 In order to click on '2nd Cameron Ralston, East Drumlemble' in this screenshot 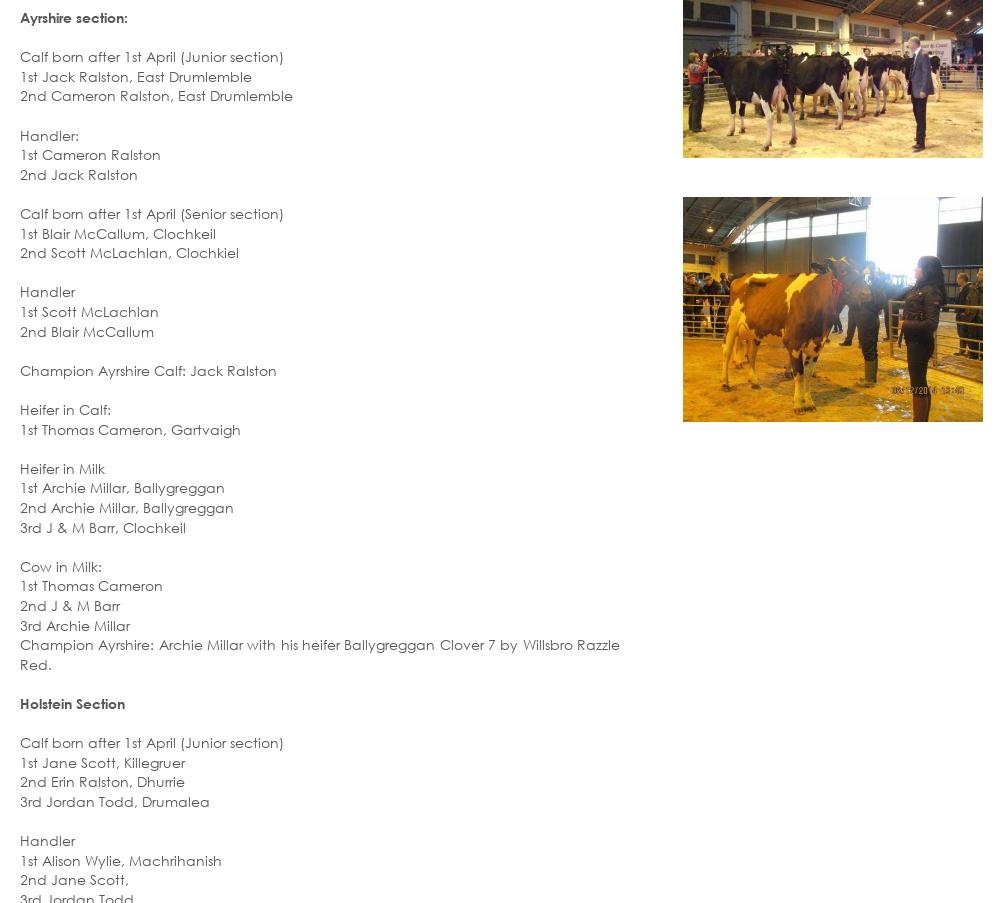, I will do `click(156, 95)`.